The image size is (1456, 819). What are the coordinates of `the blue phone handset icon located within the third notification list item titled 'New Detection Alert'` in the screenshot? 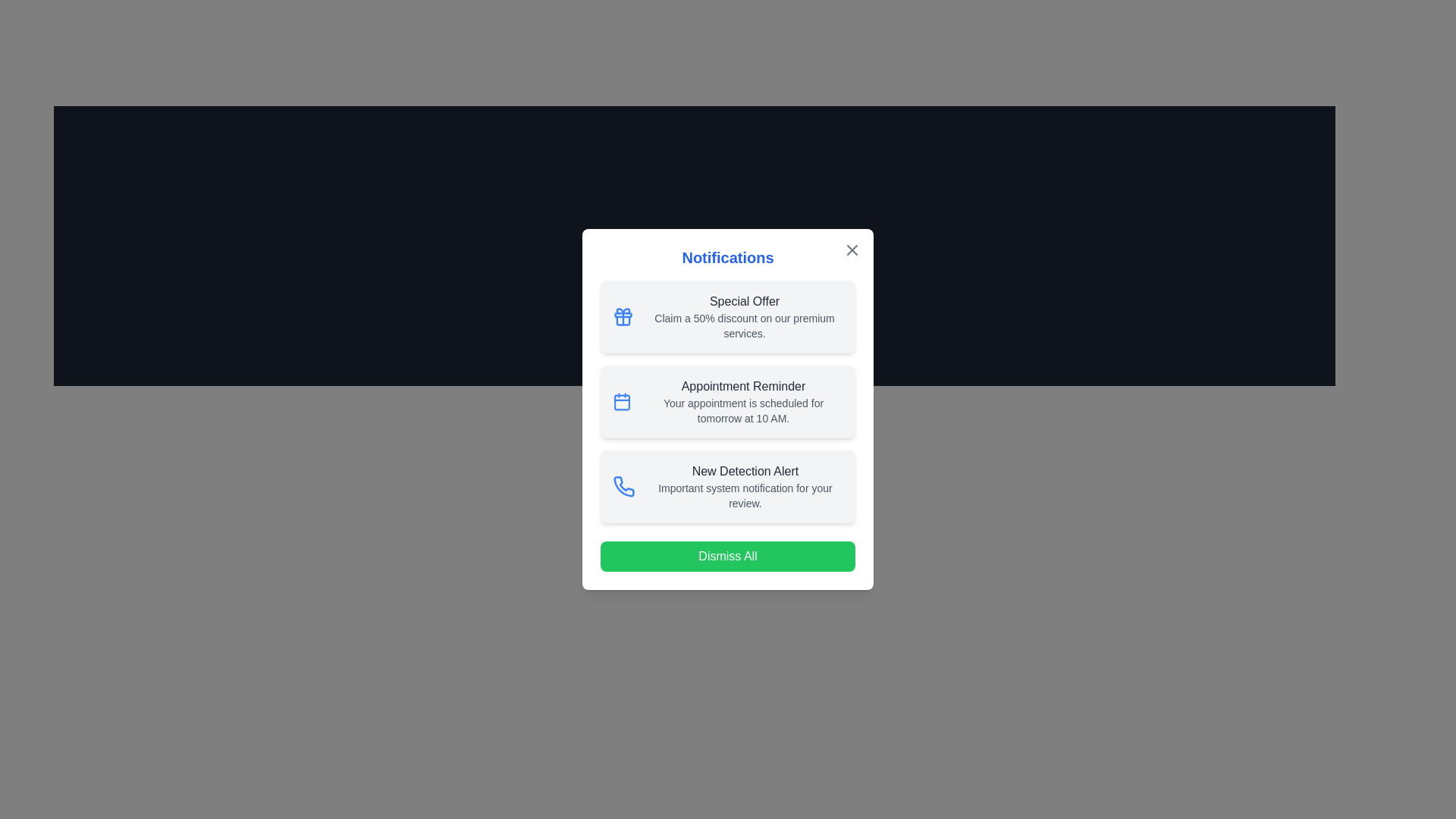 It's located at (623, 486).